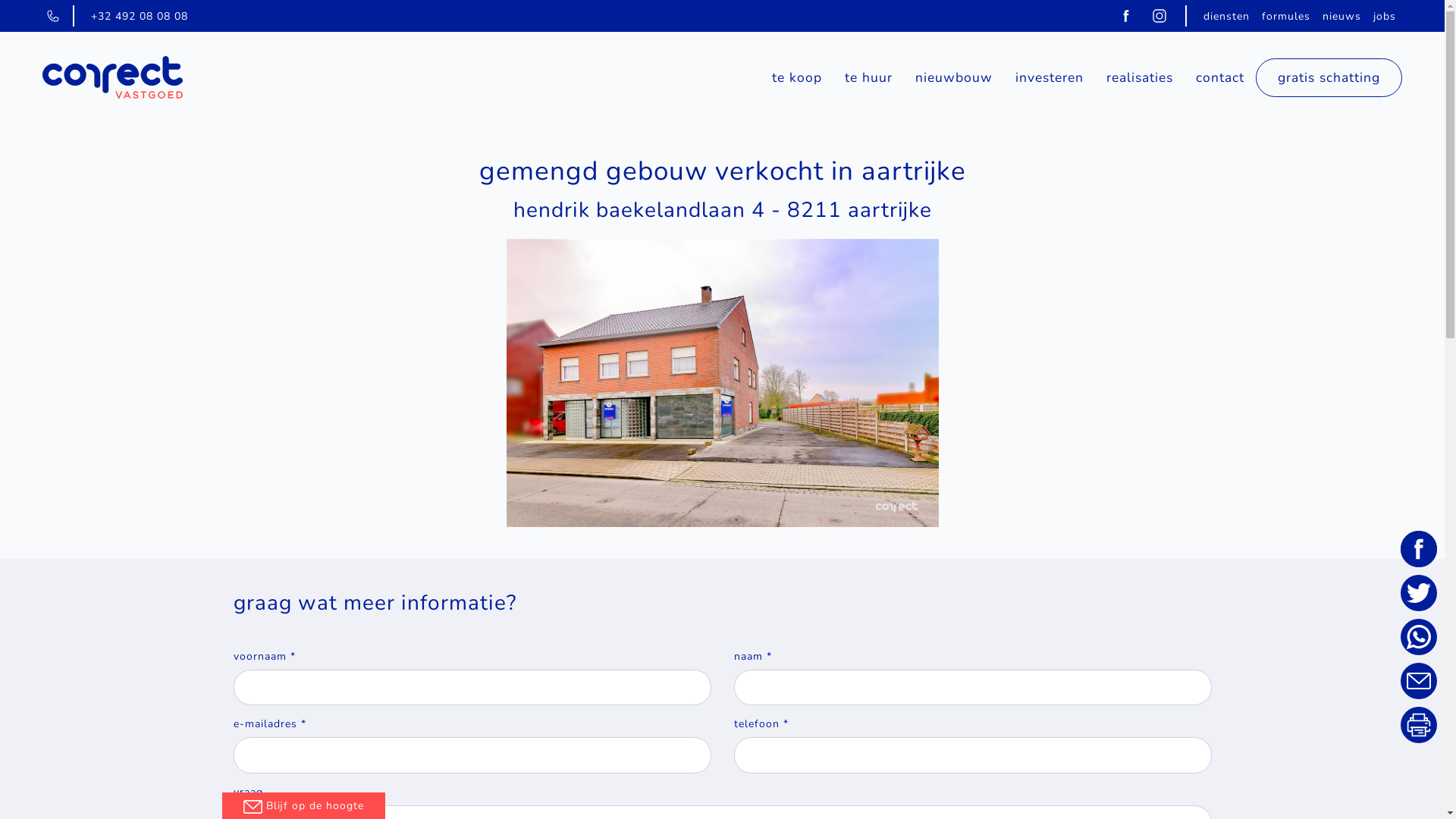 The image size is (1456, 819). What do you see at coordinates (1418, 592) in the screenshot?
I see `'Delen op Twitter'` at bounding box center [1418, 592].